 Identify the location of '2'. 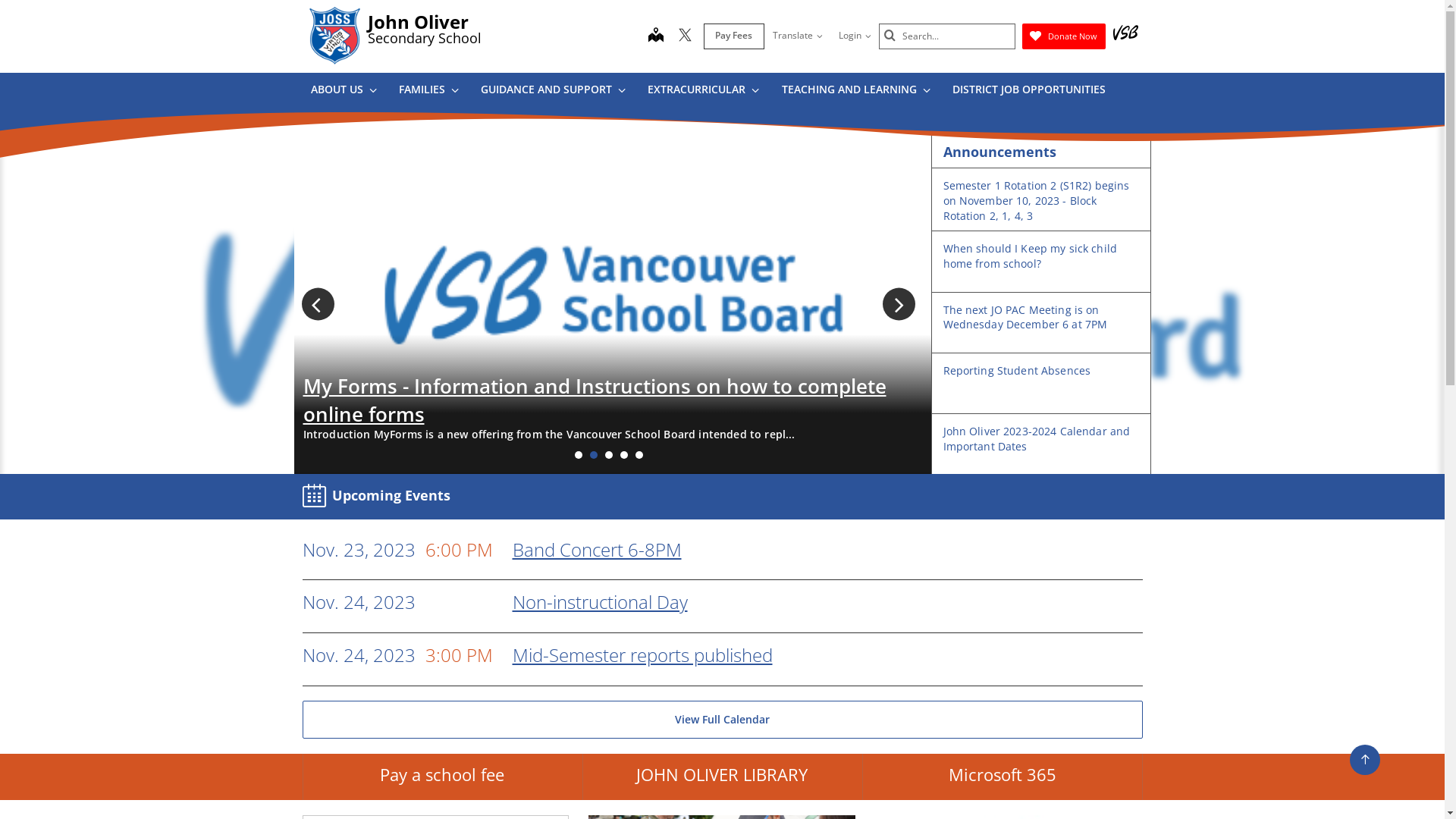
(592, 454).